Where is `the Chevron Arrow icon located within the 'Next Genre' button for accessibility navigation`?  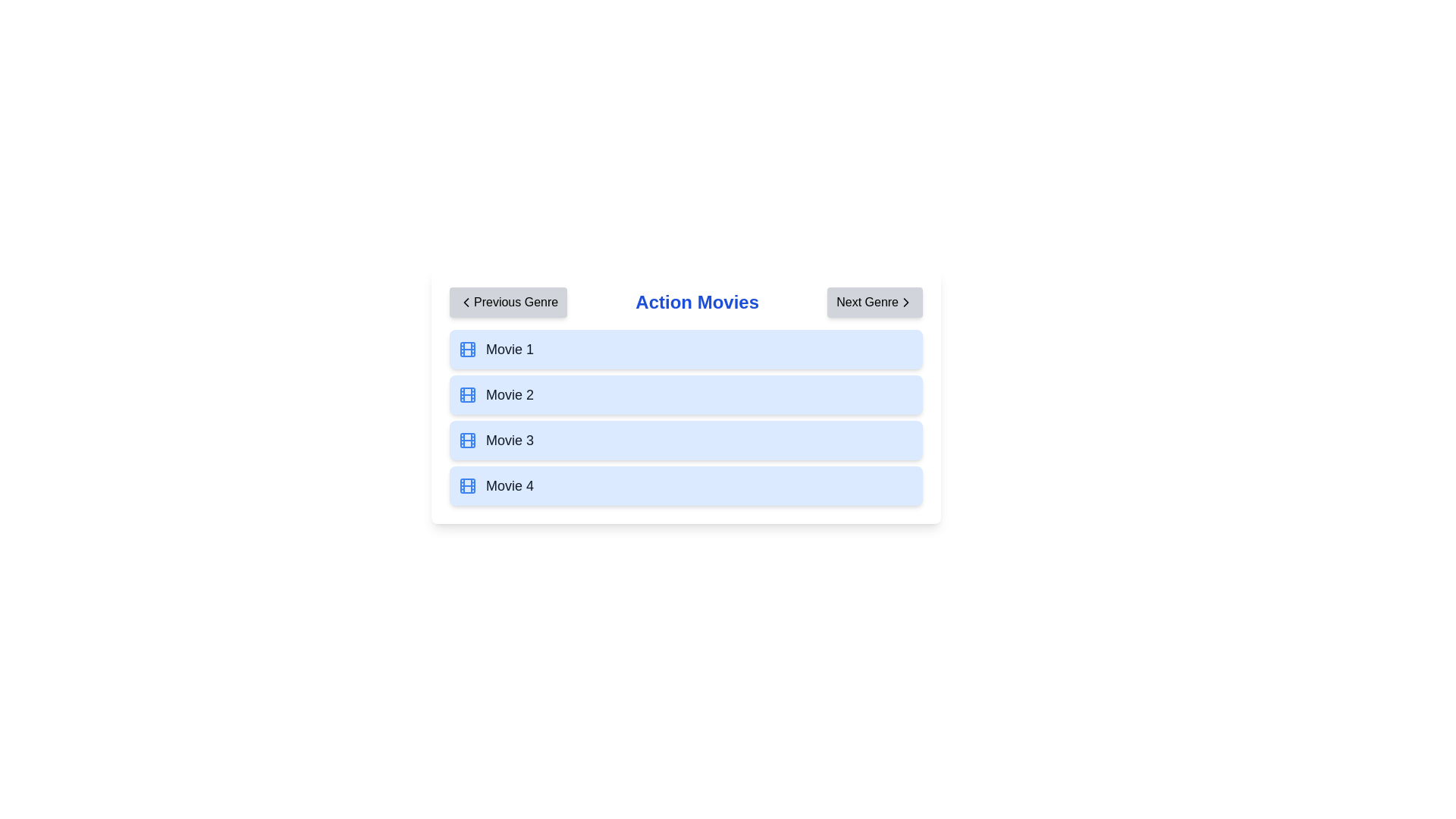
the Chevron Arrow icon located within the 'Next Genre' button for accessibility navigation is located at coordinates (906, 302).